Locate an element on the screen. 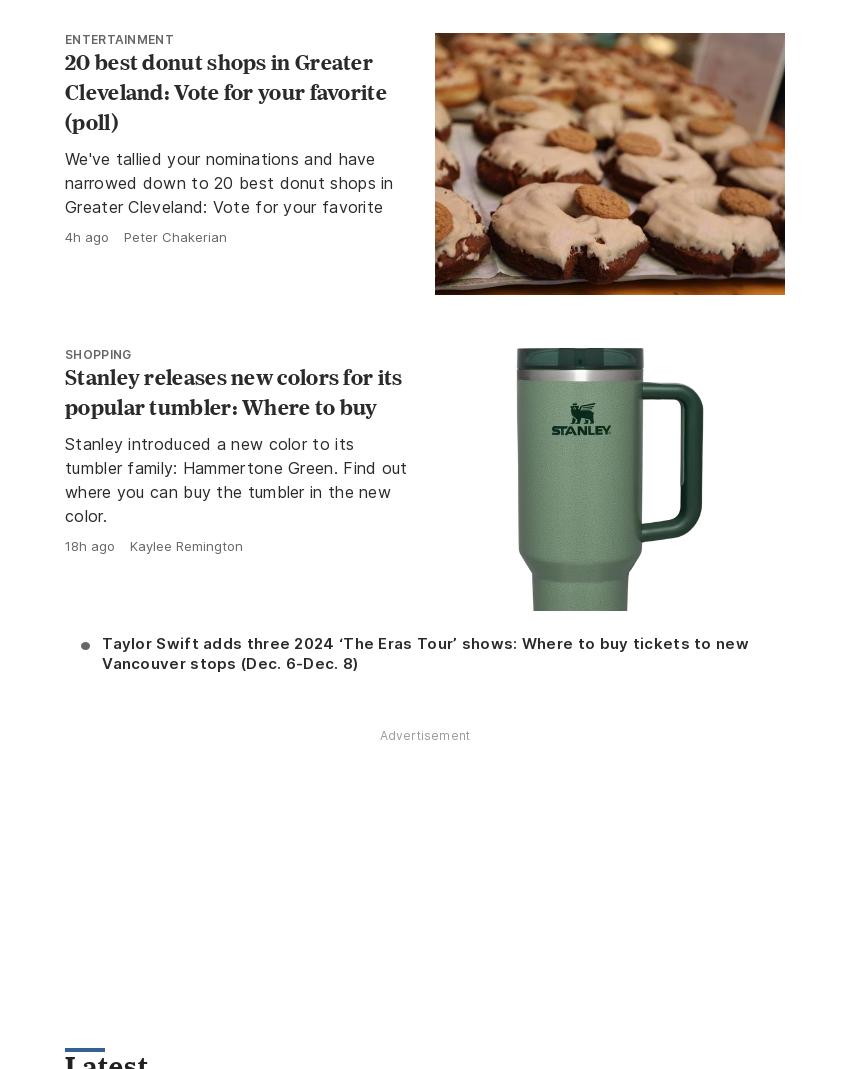 The height and width of the screenshot is (1069, 850). '20 best donut shops in Greater Cleveland: Vote for your favorite (poll)' is located at coordinates (225, 89).